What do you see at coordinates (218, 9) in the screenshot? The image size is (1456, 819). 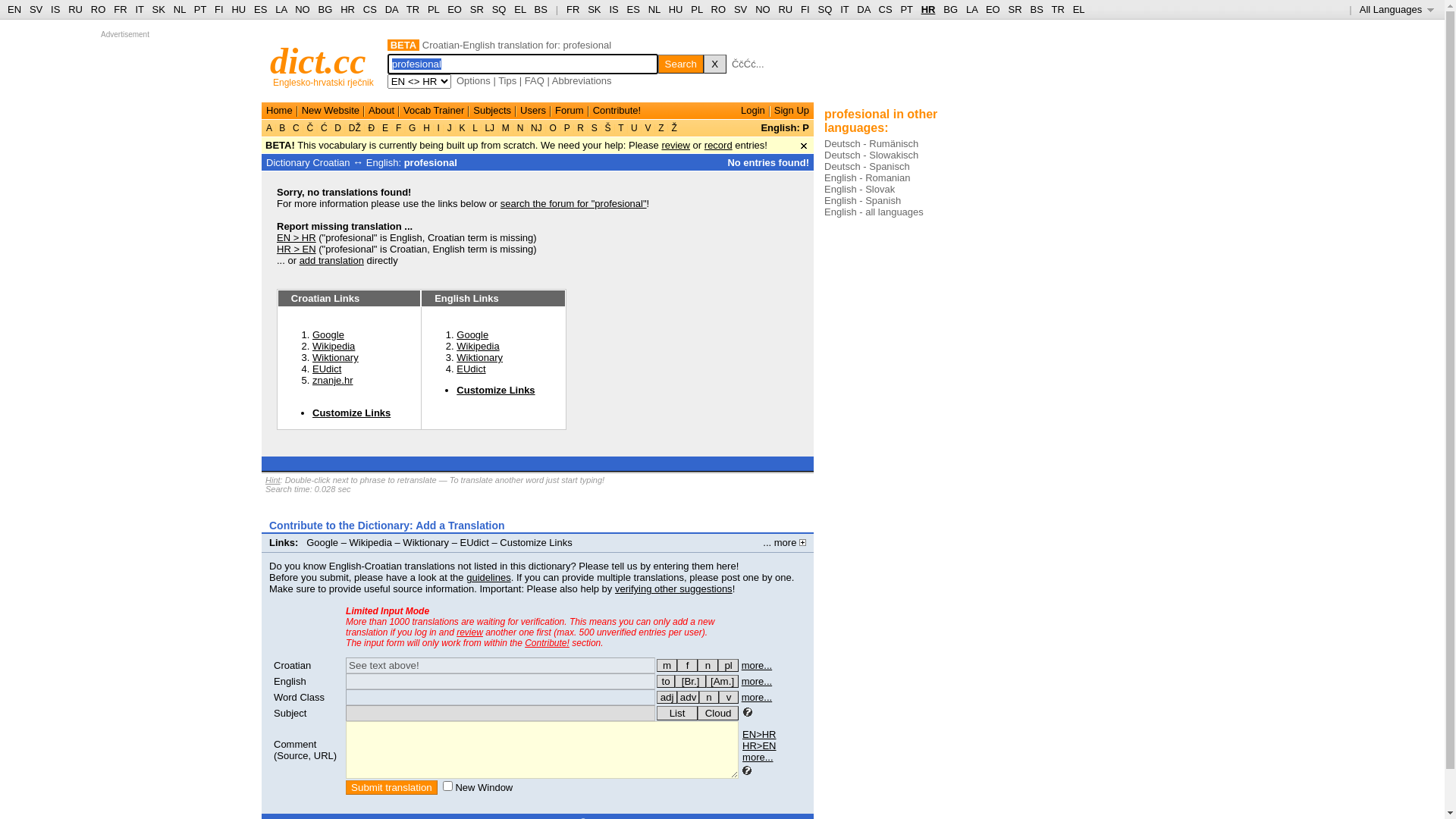 I see `'FI'` at bounding box center [218, 9].